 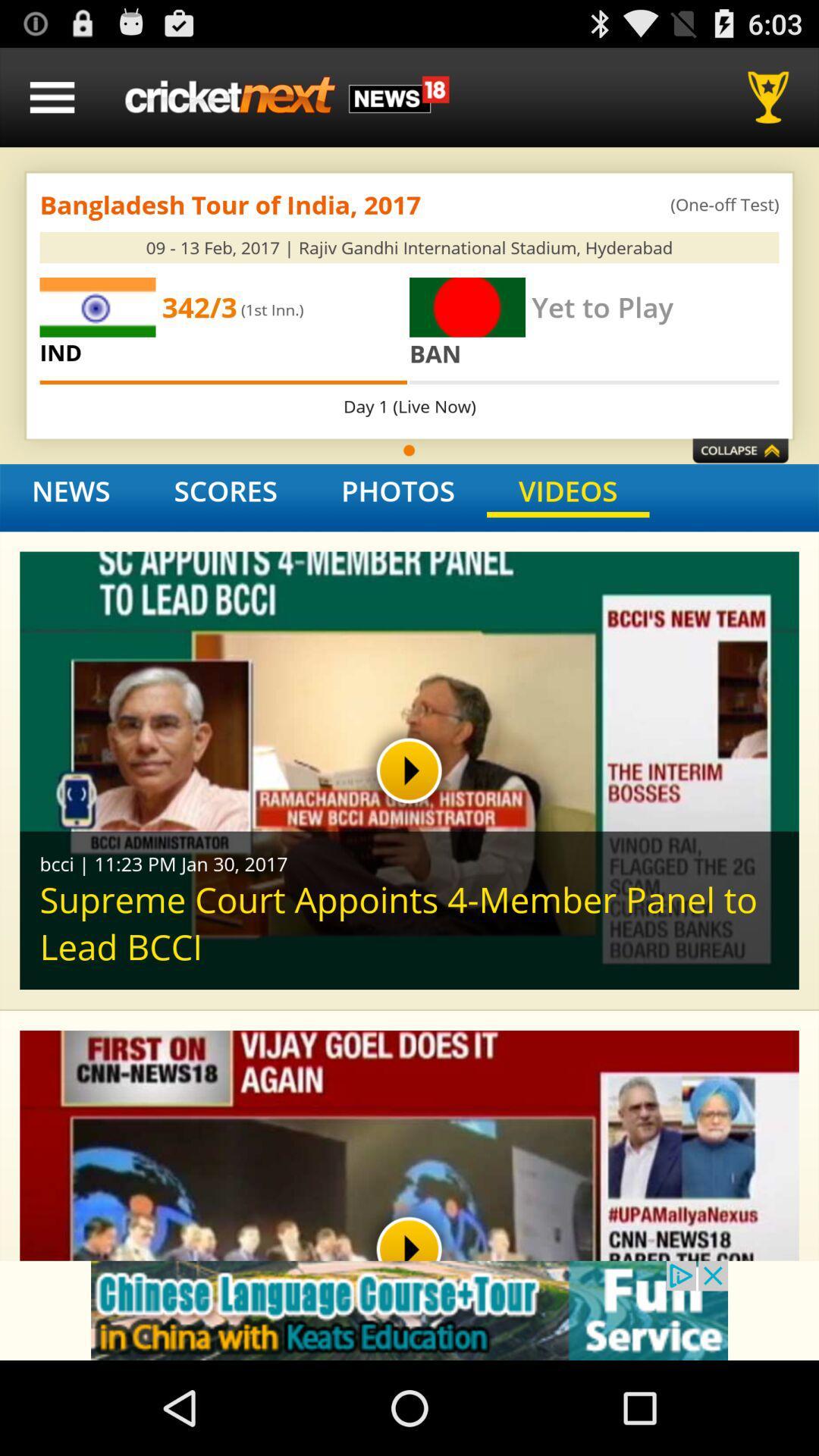 I want to click on champions list, so click(x=773, y=96).